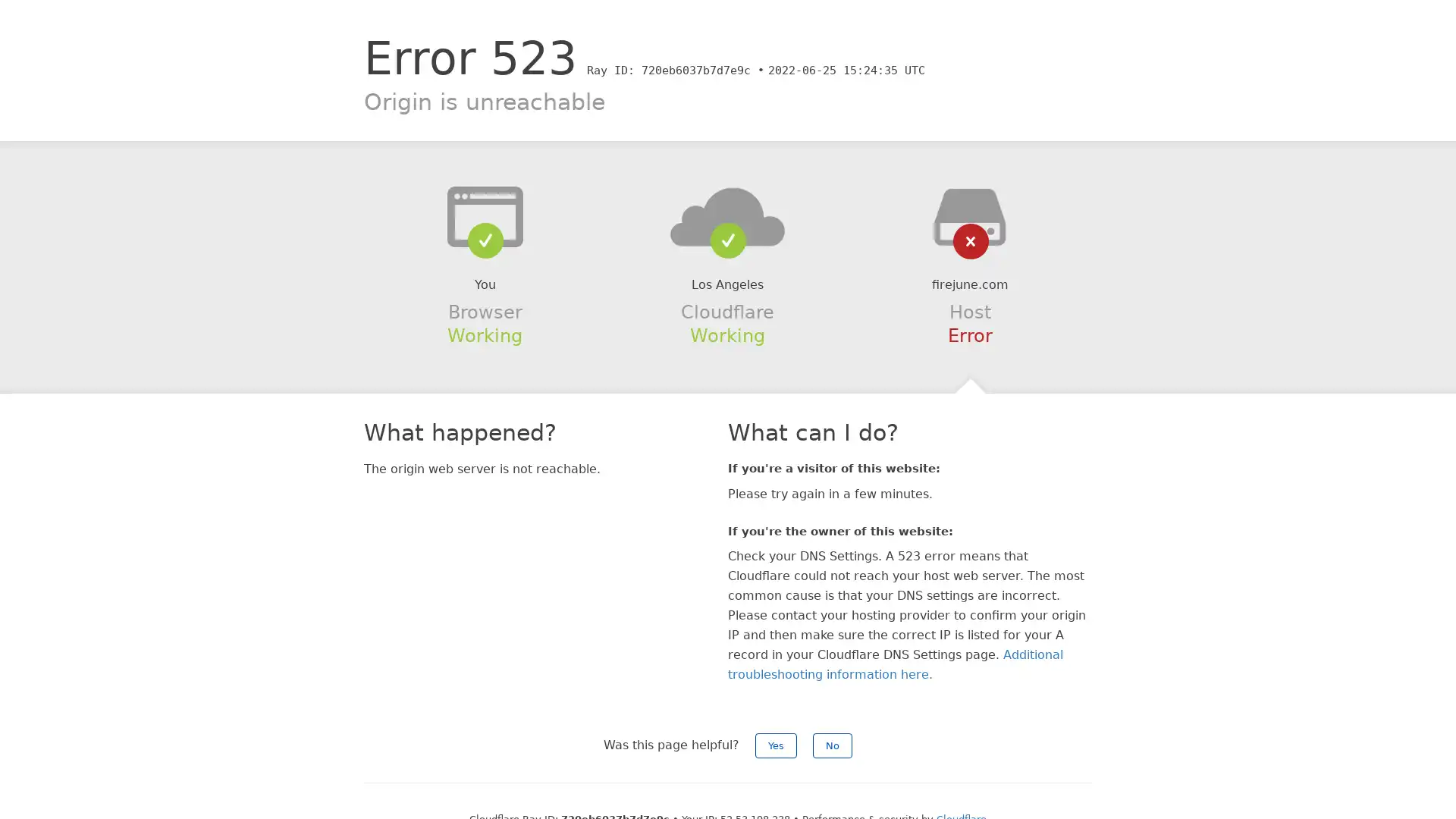 Image resolution: width=1456 pixels, height=819 pixels. What do you see at coordinates (776, 745) in the screenshot?
I see `Yes` at bounding box center [776, 745].